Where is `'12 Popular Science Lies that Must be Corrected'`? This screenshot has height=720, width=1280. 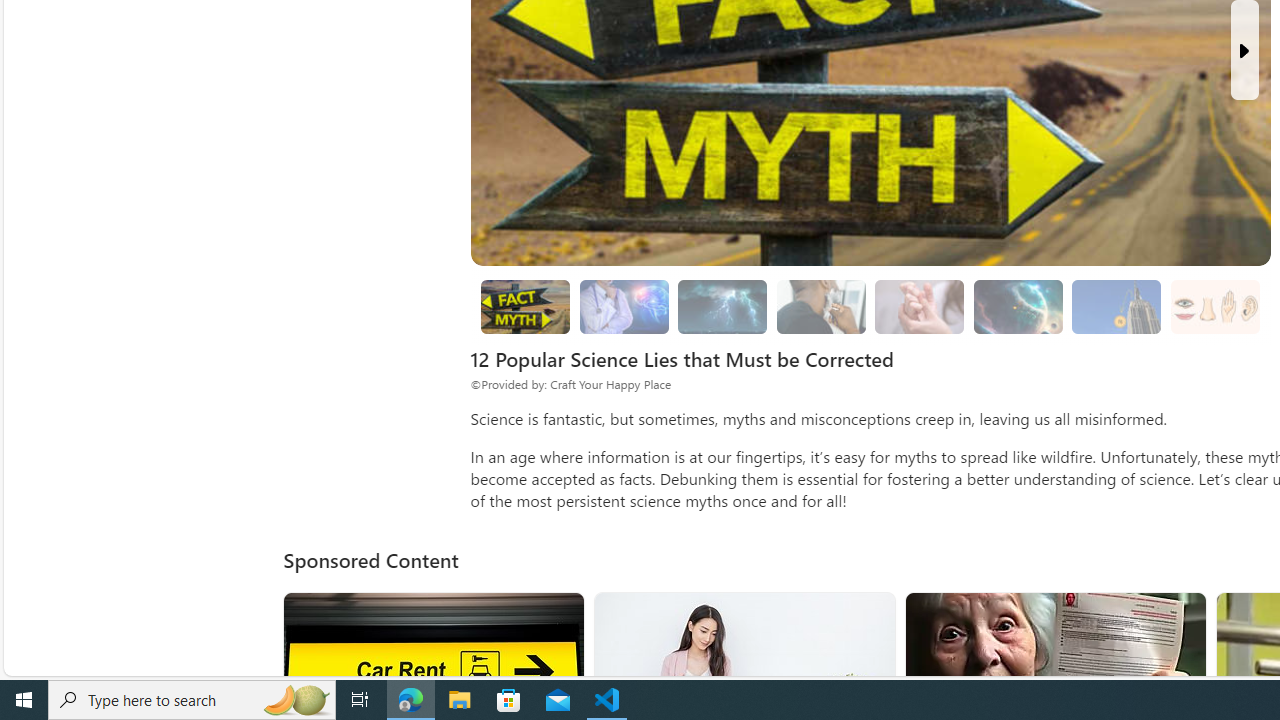
'12 Popular Science Lies that Must be Corrected' is located at coordinates (525, 307).